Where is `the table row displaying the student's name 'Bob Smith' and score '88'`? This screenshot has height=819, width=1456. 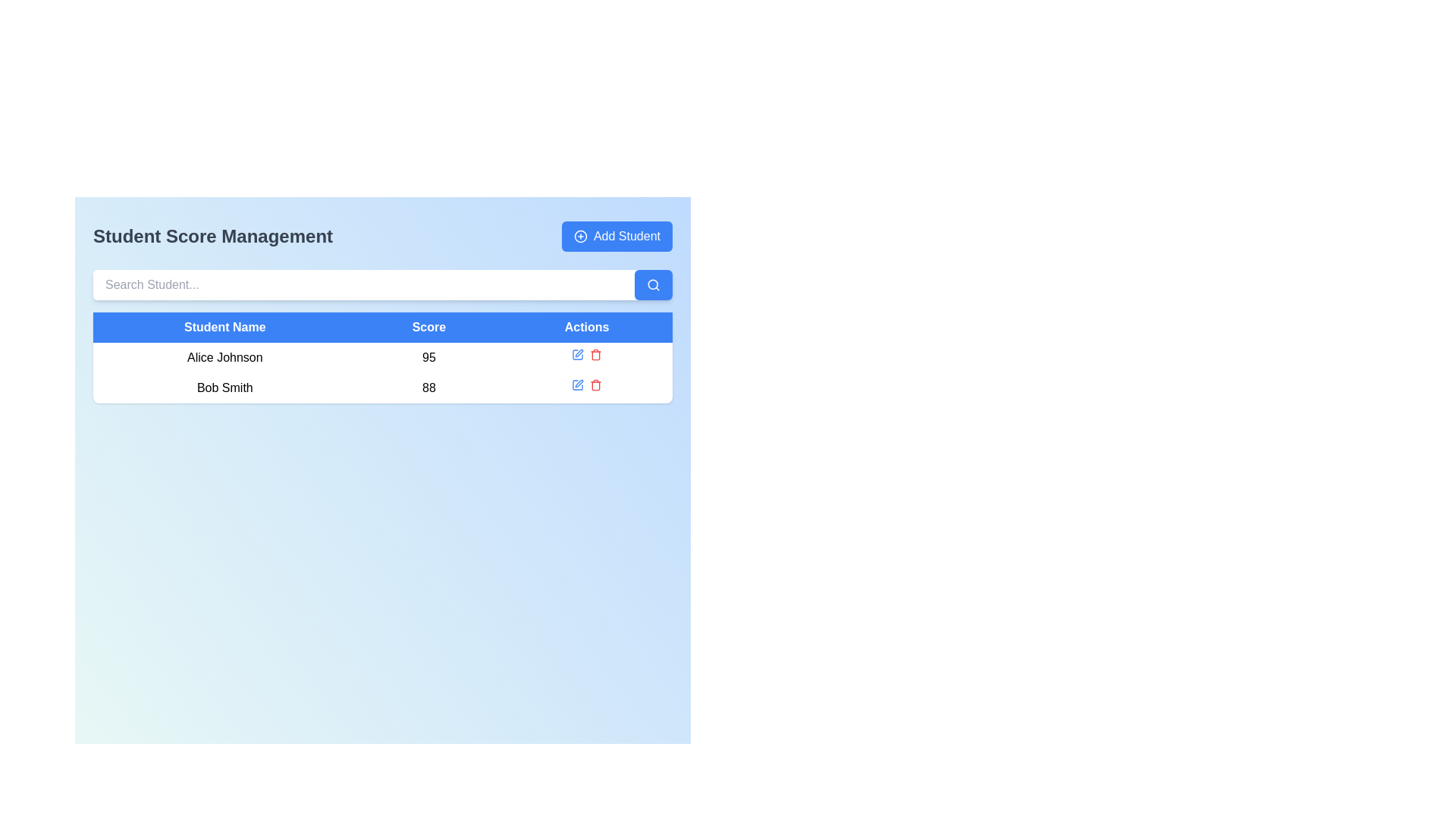
the table row displaying the student's name 'Bob Smith' and score '88' is located at coordinates (382, 388).